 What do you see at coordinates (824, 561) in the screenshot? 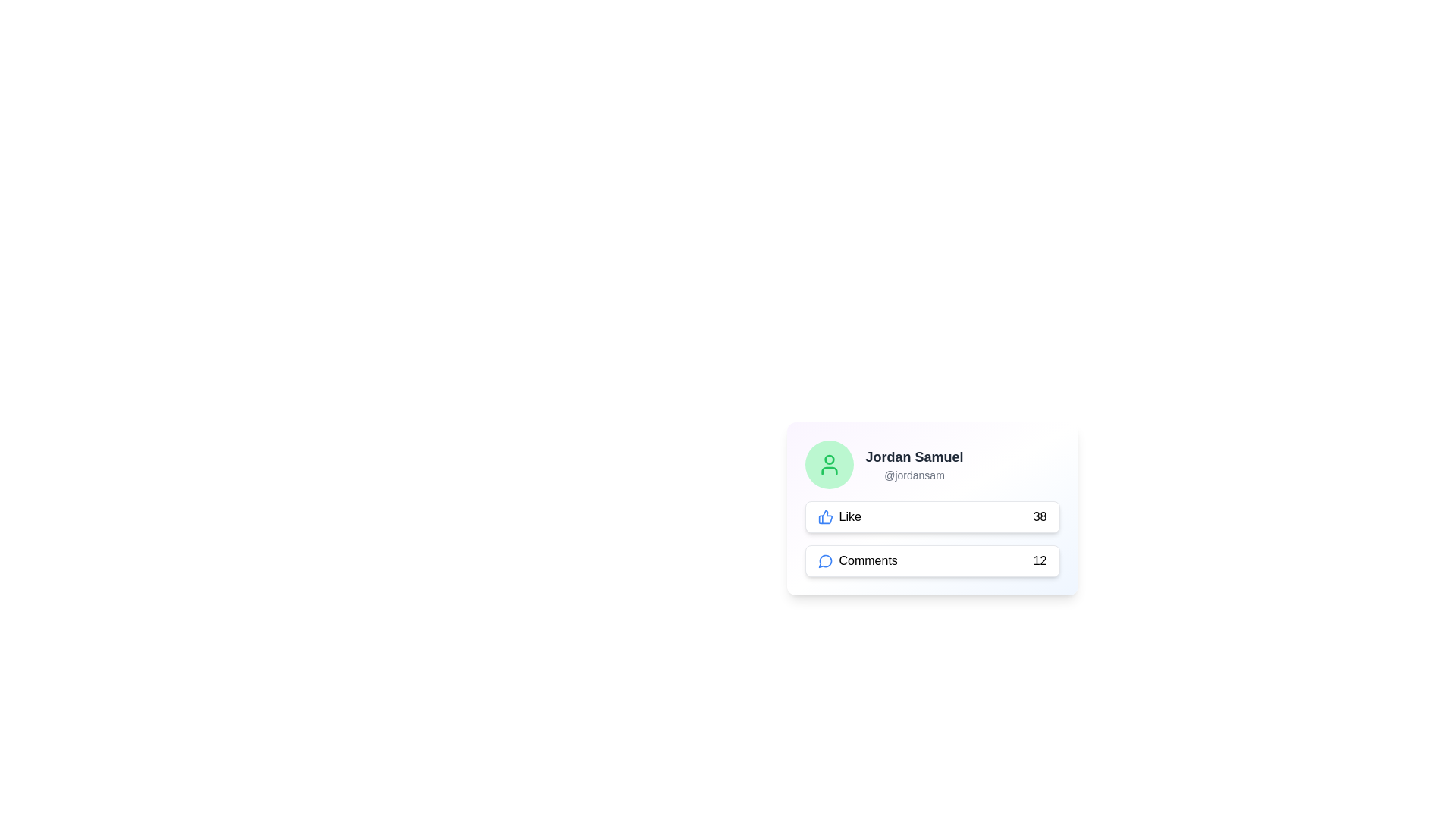
I see `the decorative graphic element that forms part of the speech bubble icon, which is blue and rounded, located to the right of the 'Comments' text` at bounding box center [824, 561].